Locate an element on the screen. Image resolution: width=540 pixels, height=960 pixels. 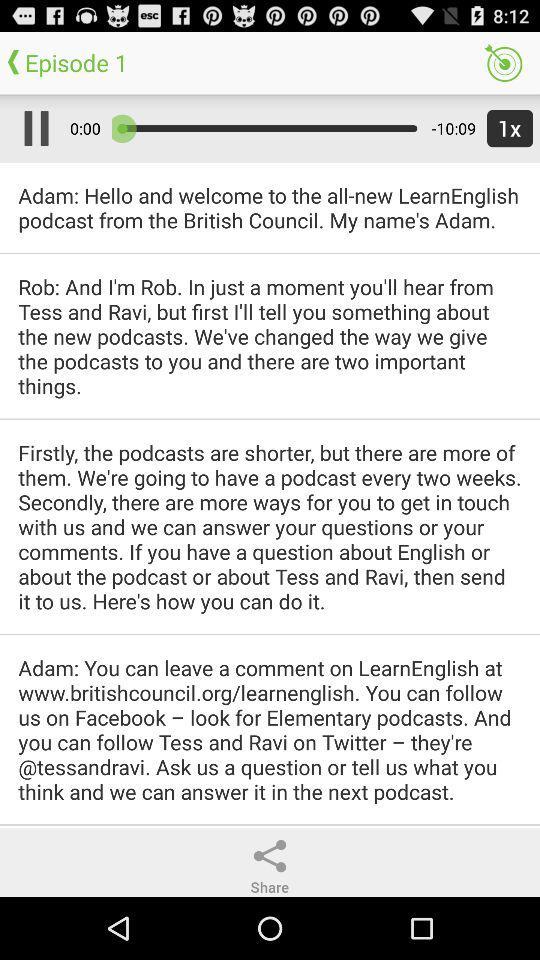
icon to the right of the -10:09 icon is located at coordinates (505, 127).